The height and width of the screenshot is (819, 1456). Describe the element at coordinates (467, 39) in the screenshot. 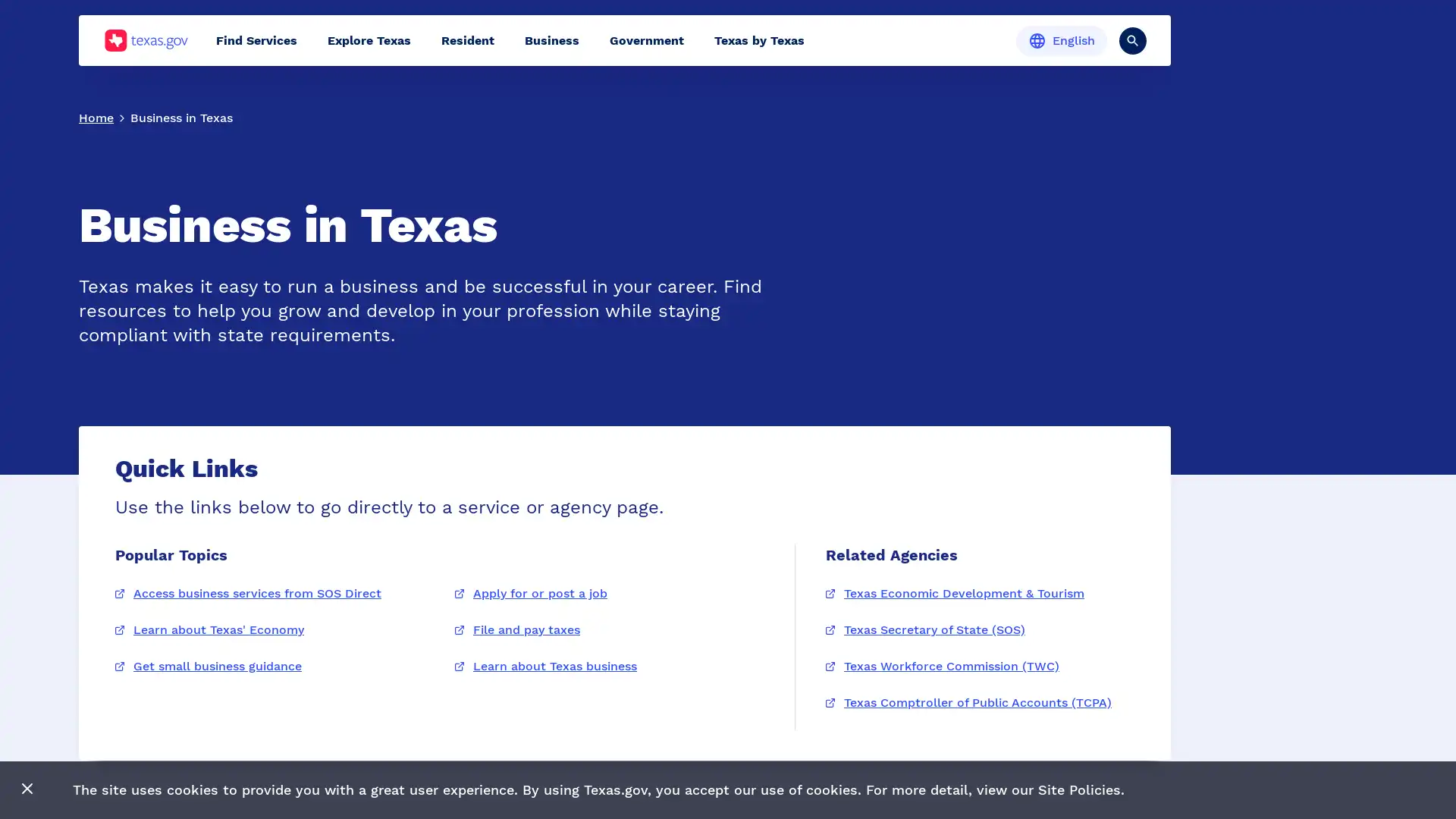

I see `Resident` at that location.